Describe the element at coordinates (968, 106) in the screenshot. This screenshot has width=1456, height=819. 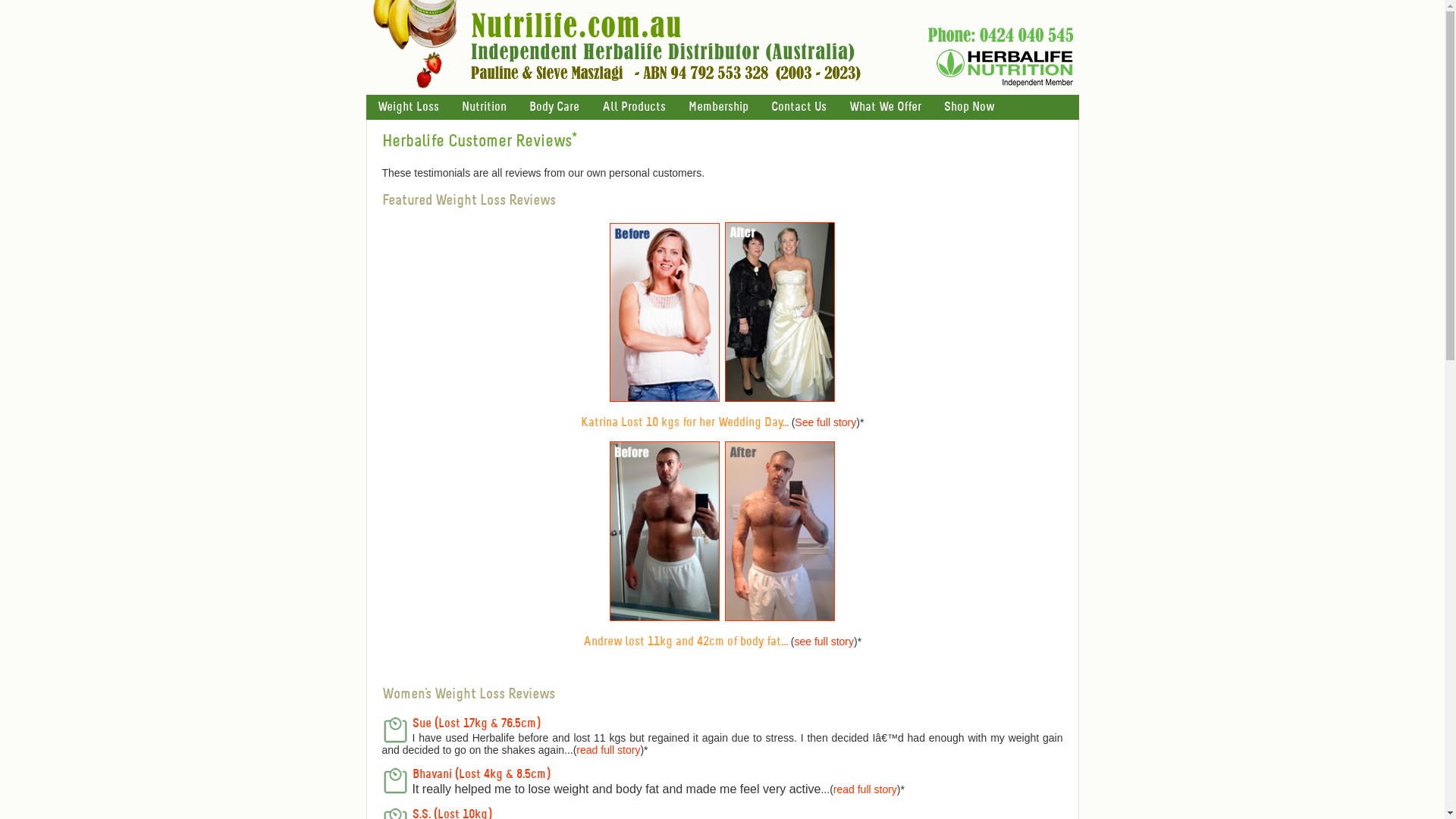
I see `'Shop Now'` at that location.